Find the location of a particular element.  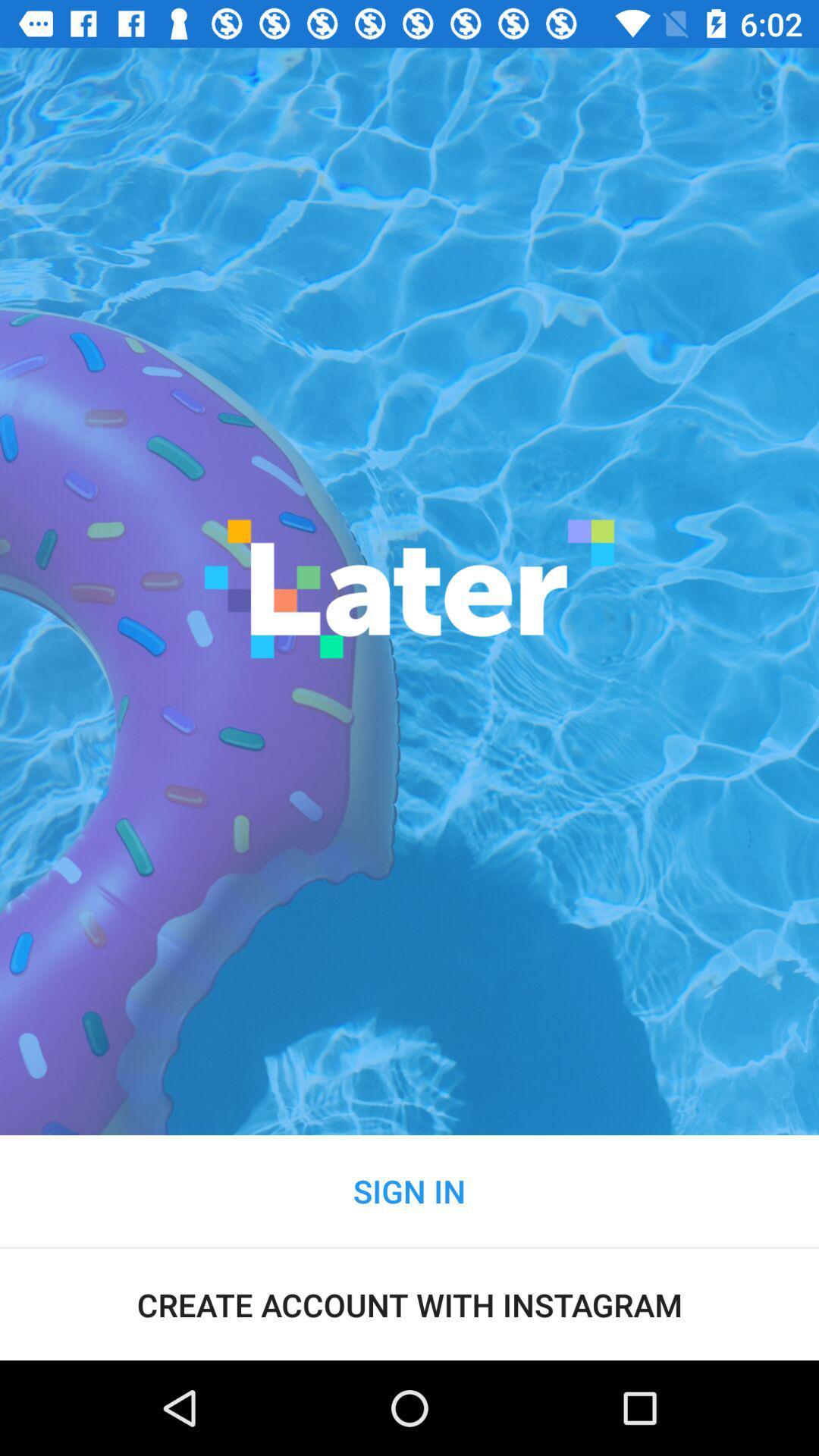

the sign in is located at coordinates (409, 1190).